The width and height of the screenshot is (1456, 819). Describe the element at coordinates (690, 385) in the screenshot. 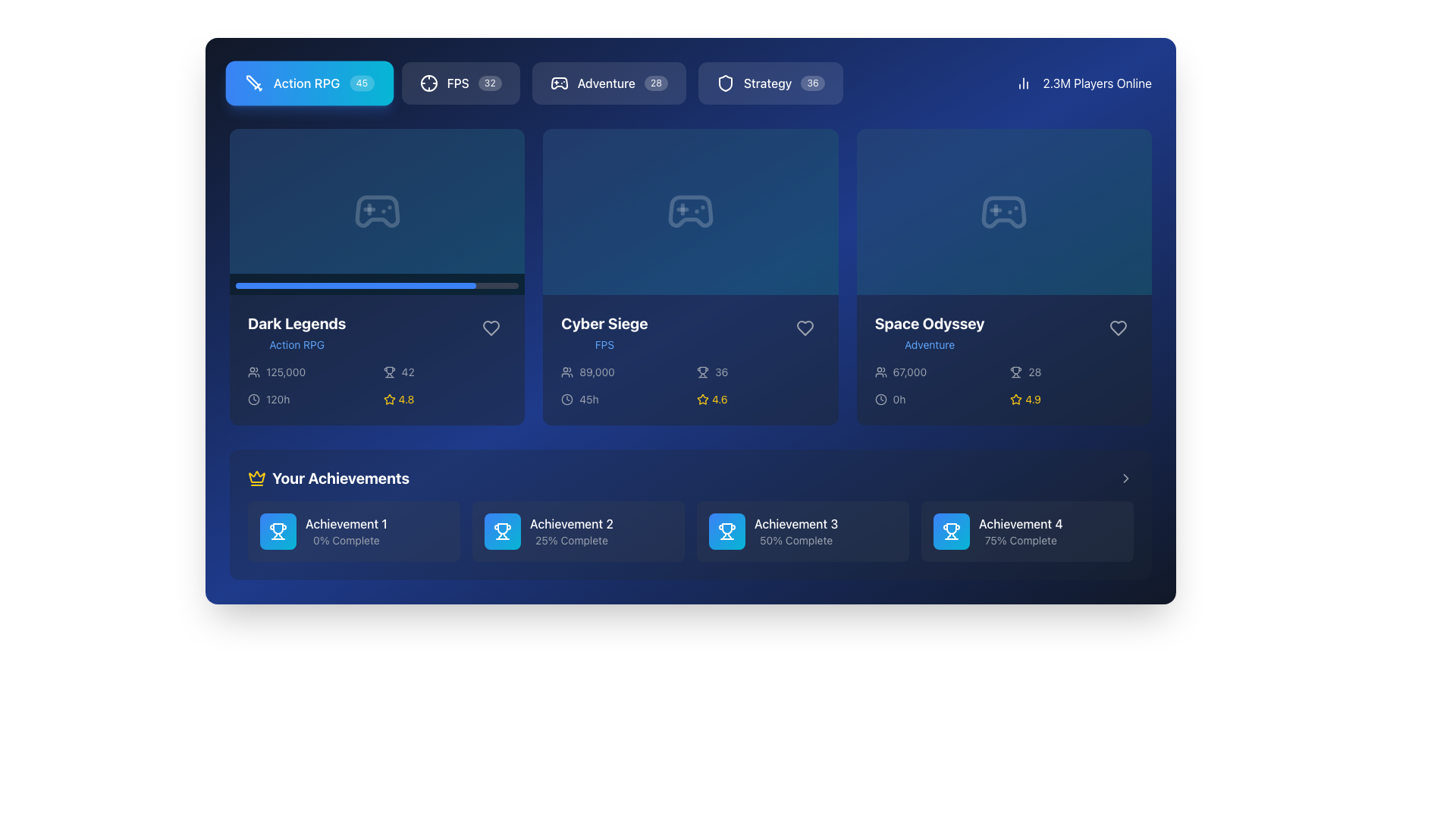

I see `the rating value within the Informational panel located in the 'Cyber Siege' card` at that location.